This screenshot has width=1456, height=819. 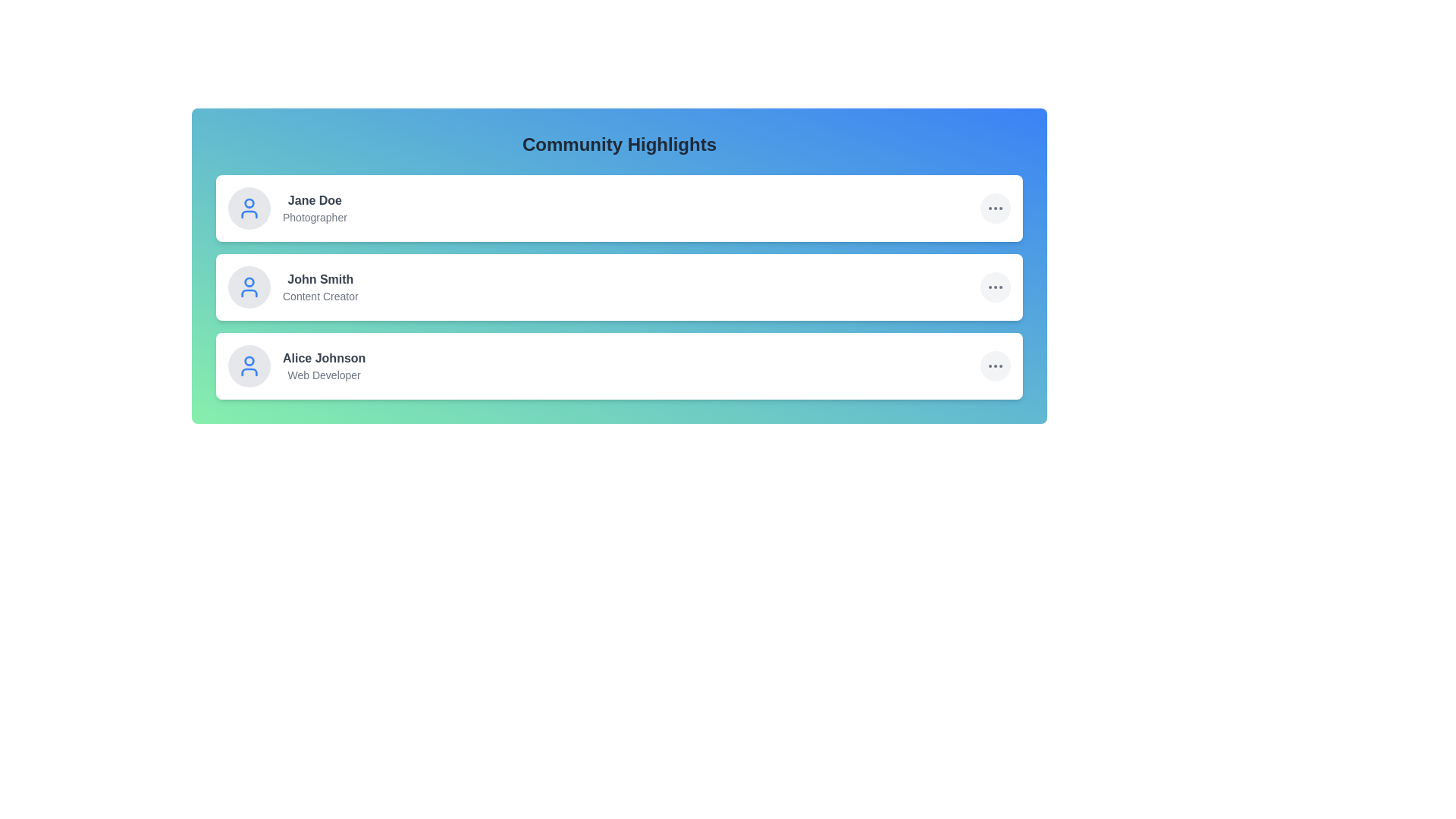 I want to click on the user icon representing 'John Smith', so click(x=249, y=287).